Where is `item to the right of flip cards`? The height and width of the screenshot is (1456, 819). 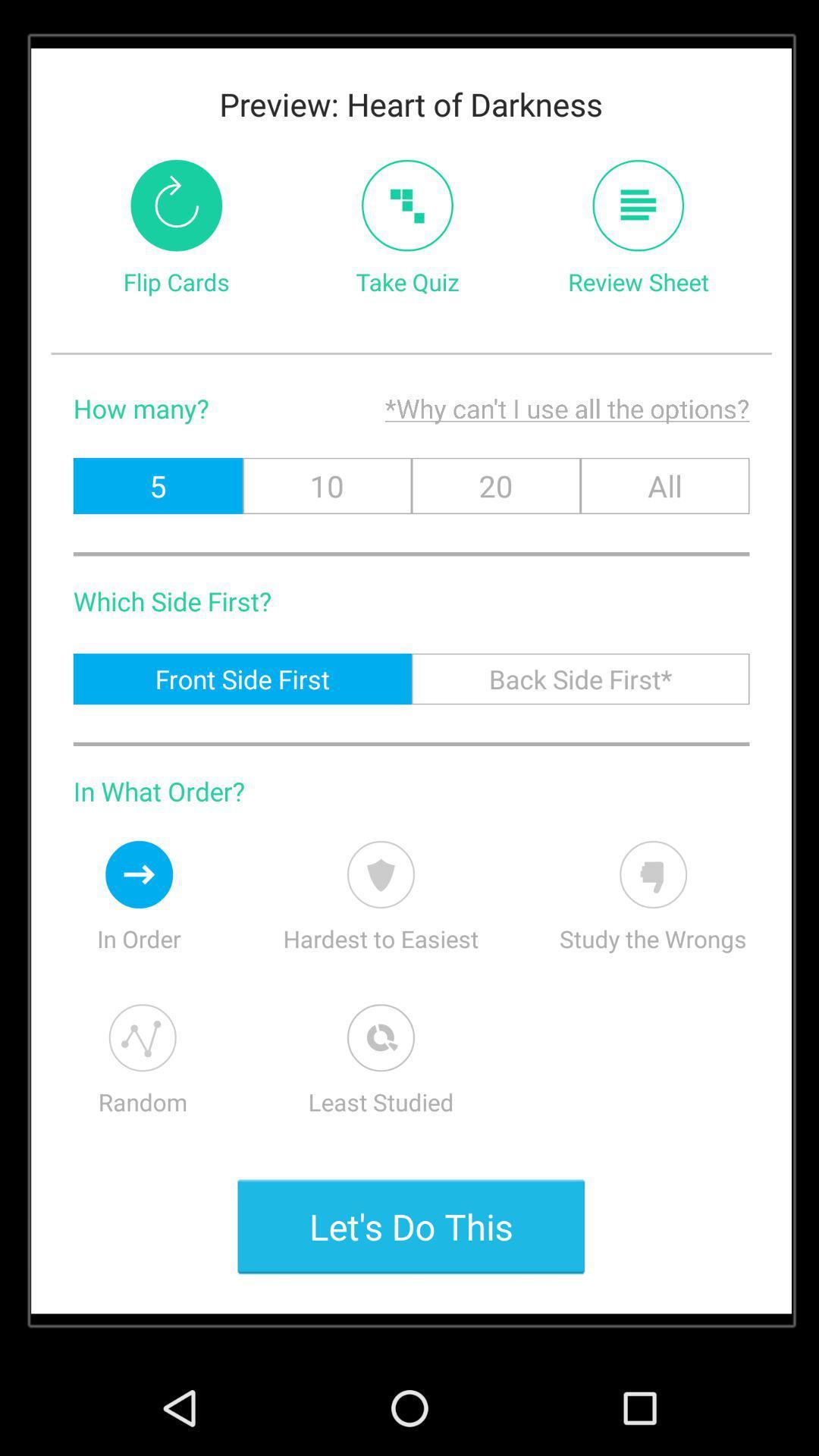
item to the right of flip cards is located at coordinates (406, 205).